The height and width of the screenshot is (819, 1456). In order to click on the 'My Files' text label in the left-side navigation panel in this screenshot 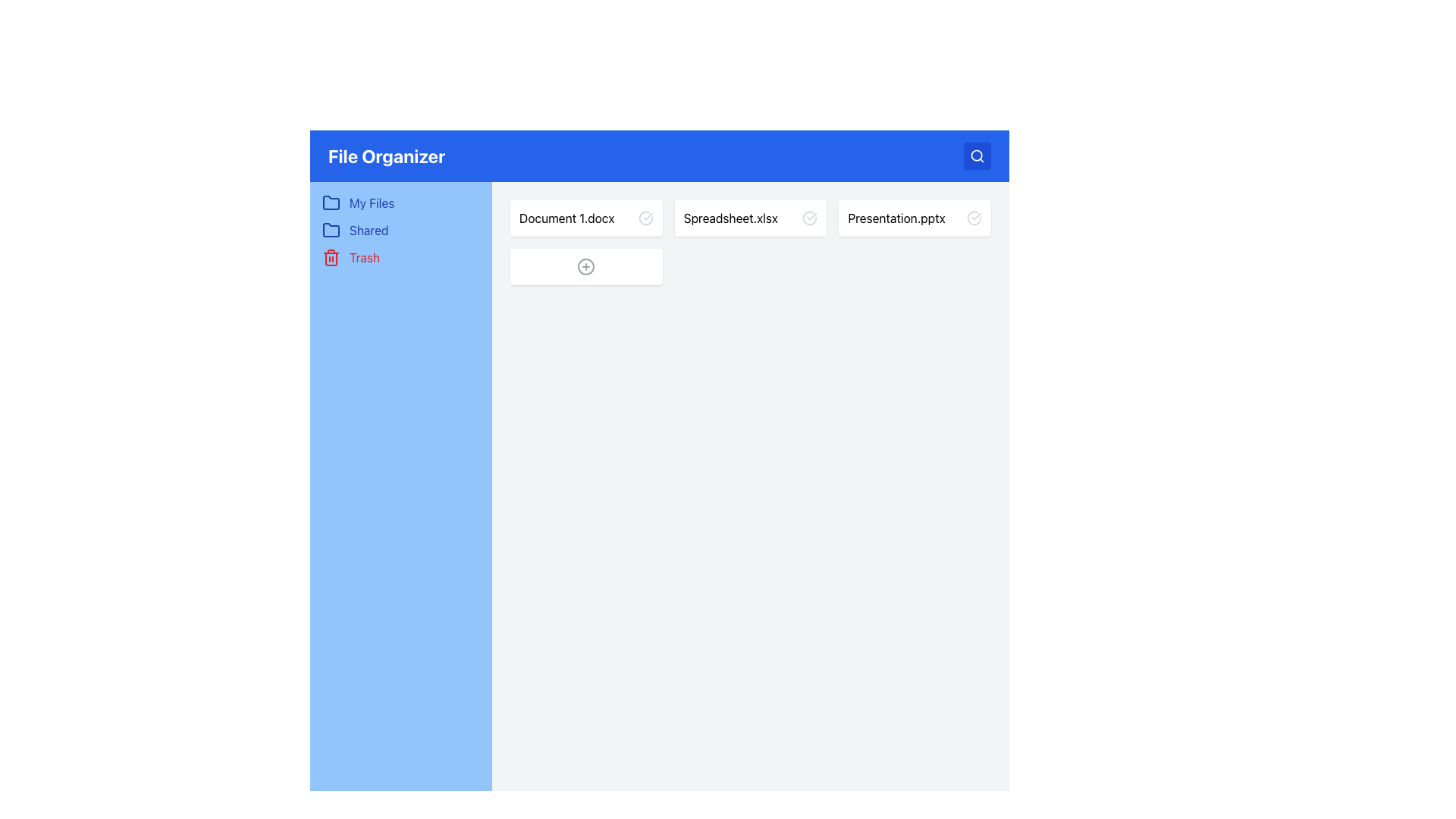, I will do `click(372, 202)`.